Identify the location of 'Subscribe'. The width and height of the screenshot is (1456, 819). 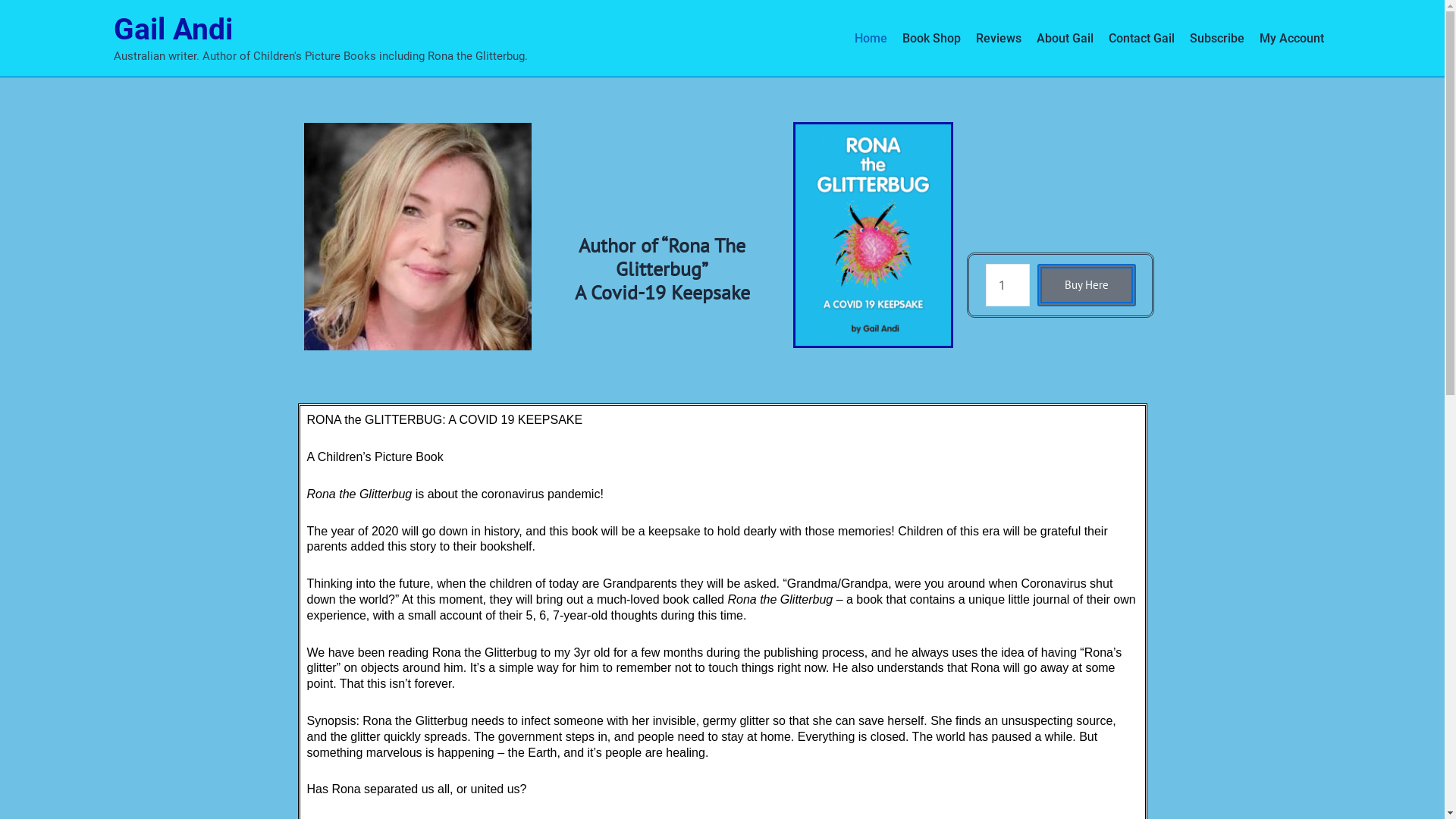
(1216, 37).